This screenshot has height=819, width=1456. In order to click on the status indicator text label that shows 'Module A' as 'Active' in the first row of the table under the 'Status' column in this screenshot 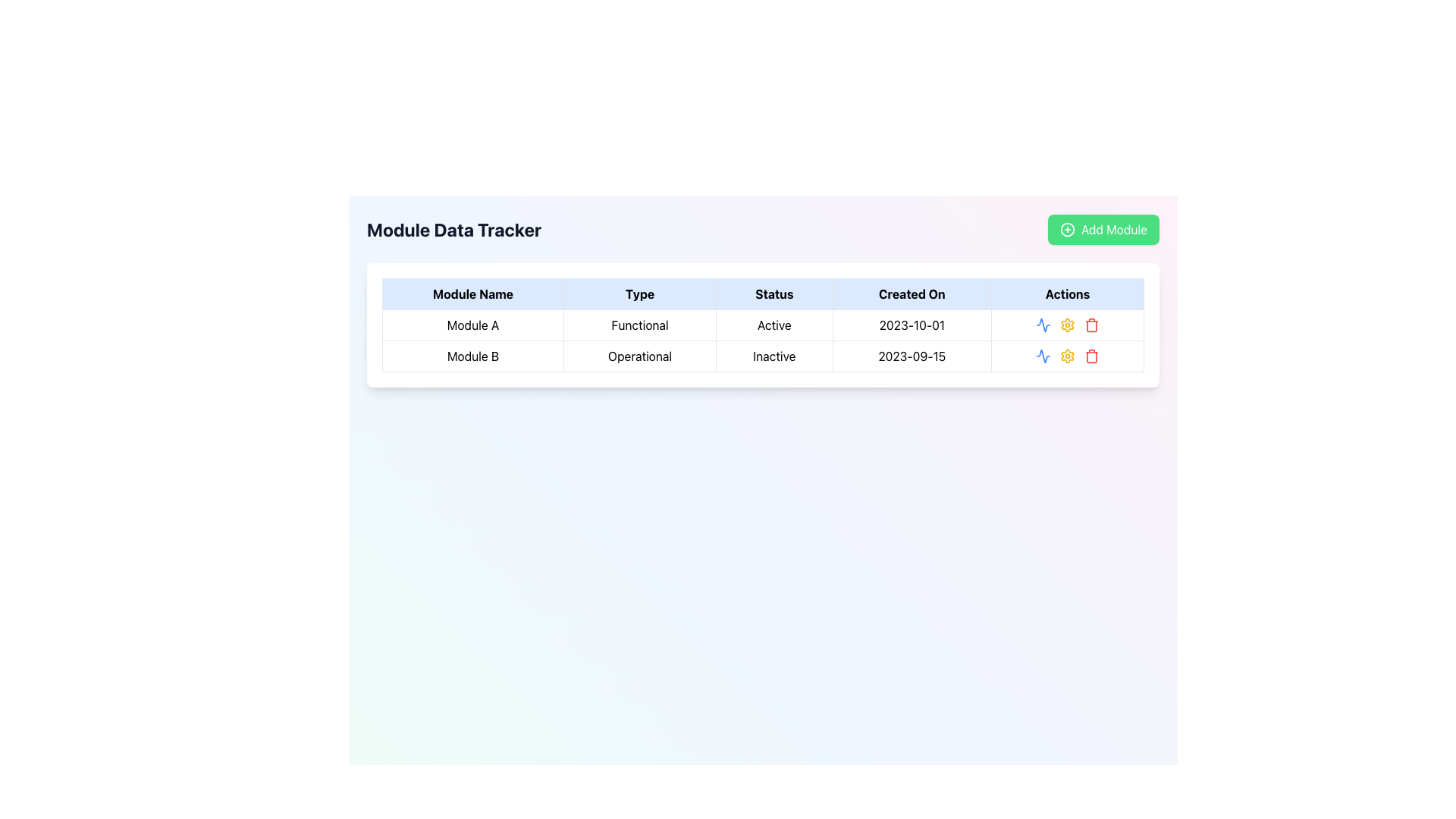, I will do `click(774, 324)`.